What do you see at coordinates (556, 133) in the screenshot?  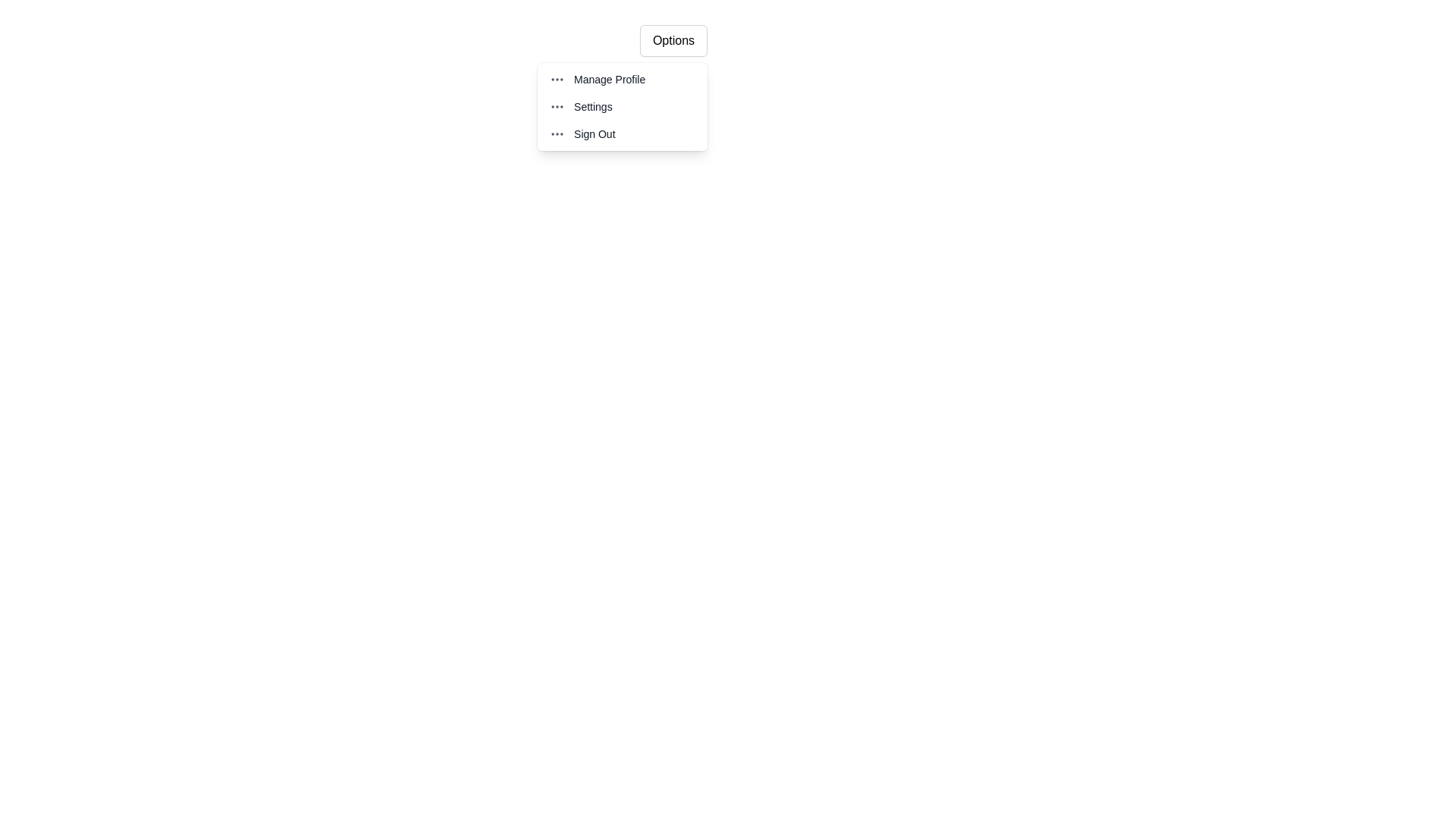 I see `the leftmost icon within the 'Sign Out' option, positioned to the left of the 'Sign Out' text label` at bounding box center [556, 133].